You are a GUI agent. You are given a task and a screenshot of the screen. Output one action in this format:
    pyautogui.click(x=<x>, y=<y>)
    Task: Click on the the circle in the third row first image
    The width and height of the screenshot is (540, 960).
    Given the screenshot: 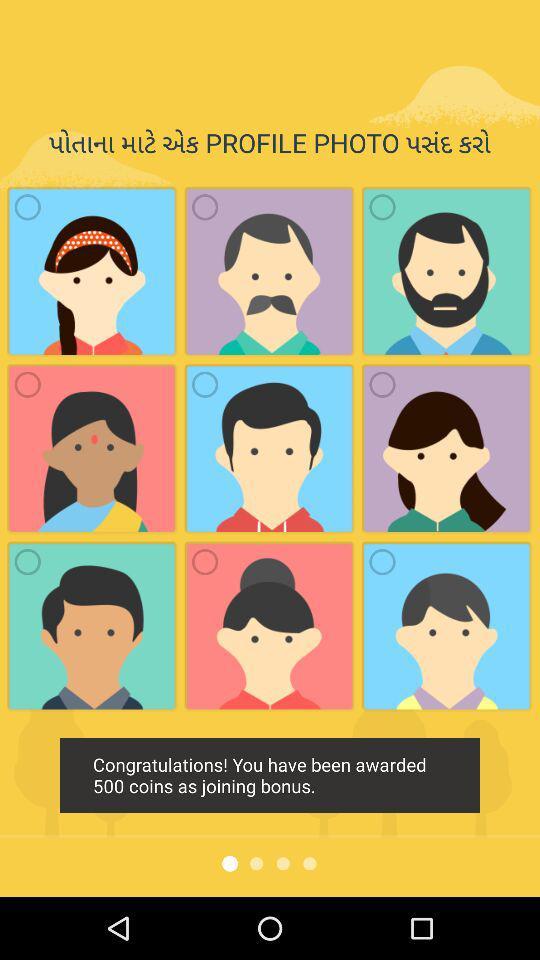 What is the action you would take?
    pyautogui.click(x=27, y=561)
    